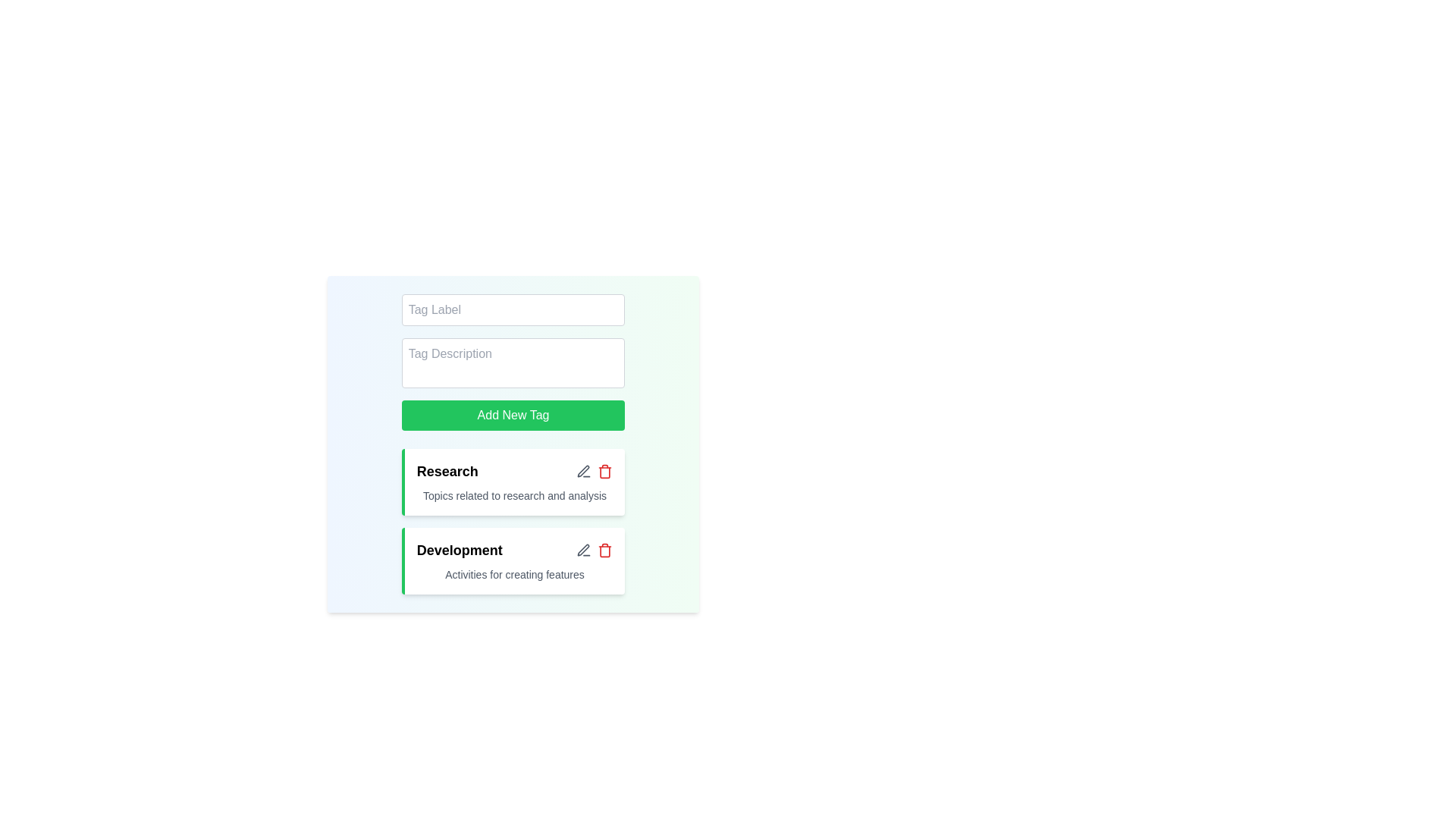 The height and width of the screenshot is (819, 1456). I want to click on the red trash icon that indicates a delete action, located to the right of the 'Development' tag, so click(604, 551).